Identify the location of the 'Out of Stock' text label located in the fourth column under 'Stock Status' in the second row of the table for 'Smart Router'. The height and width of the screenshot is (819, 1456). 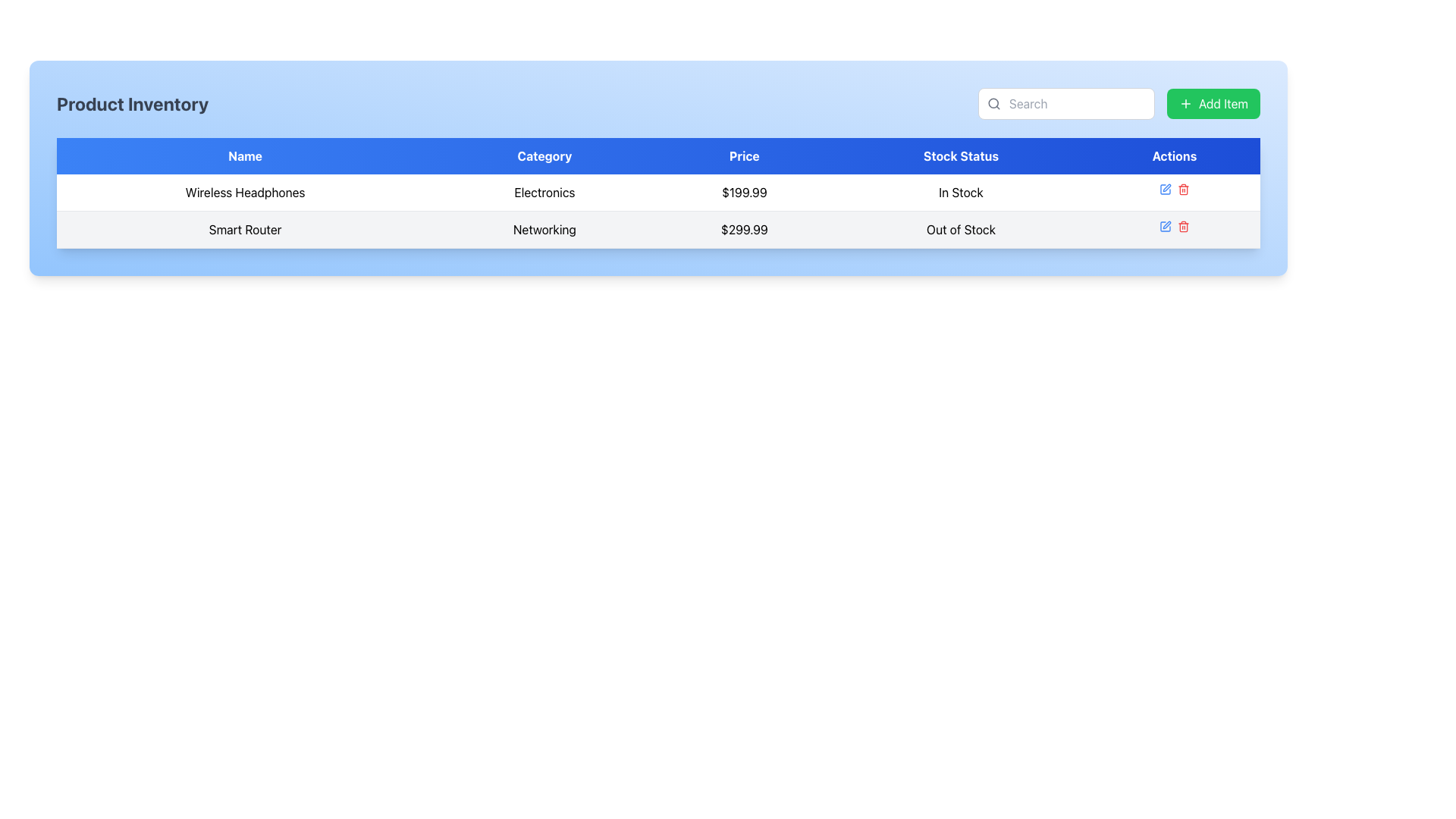
(960, 230).